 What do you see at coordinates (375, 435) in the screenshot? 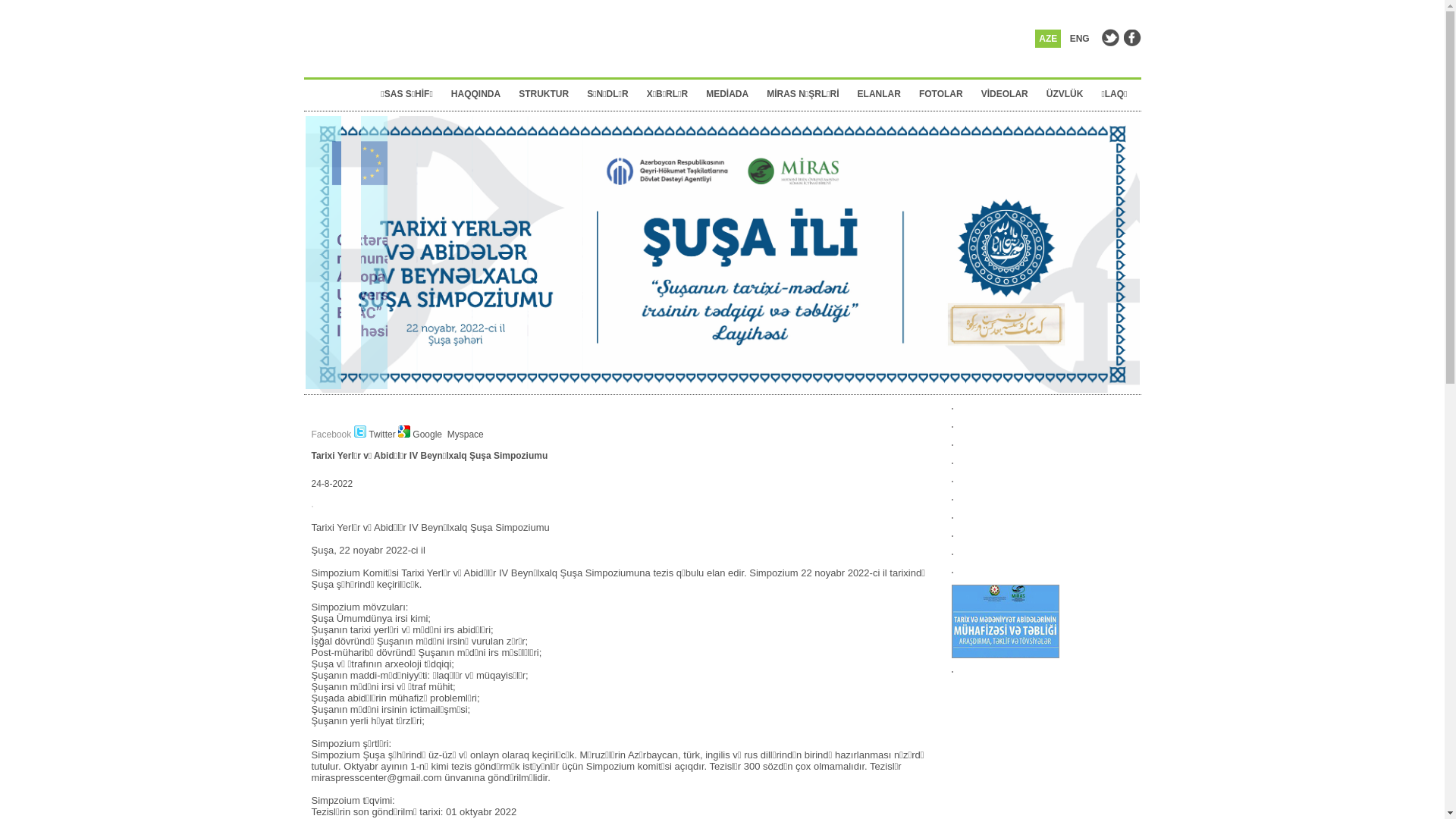
I see `'Twitter'` at bounding box center [375, 435].